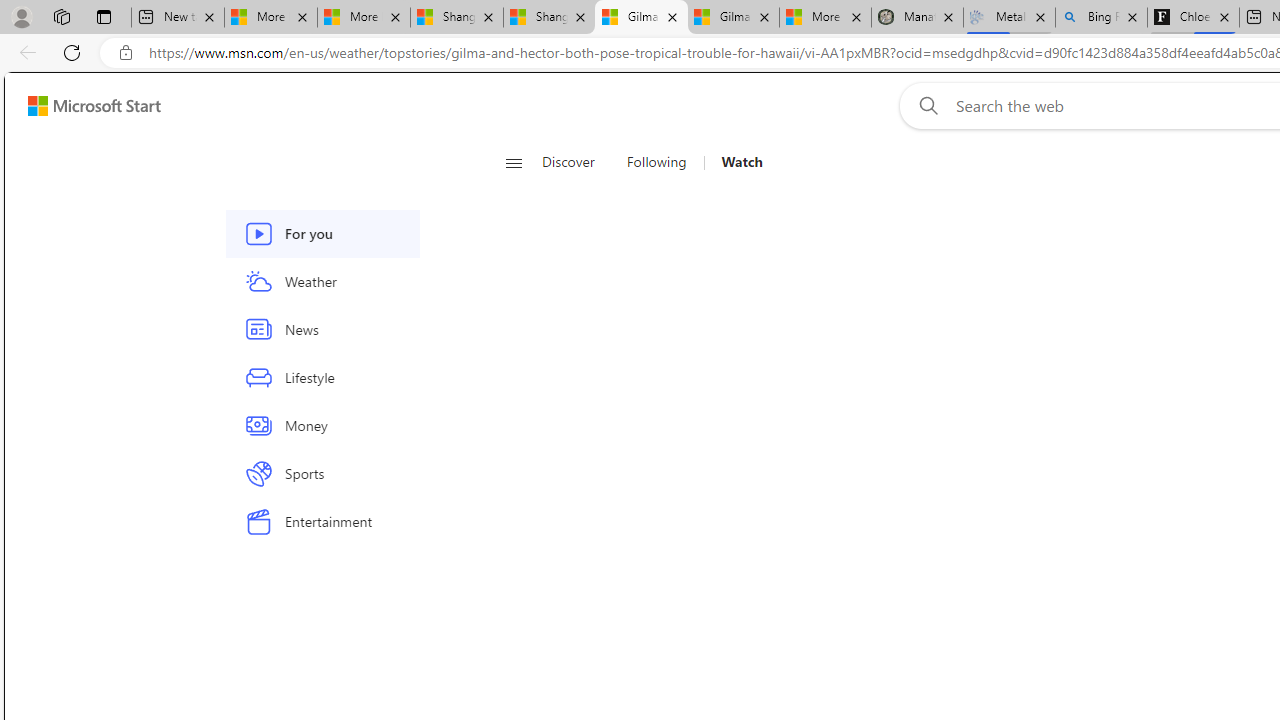 The height and width of the screenshot is (720, 1280). I want to click on 'Following', so click(656, 162).